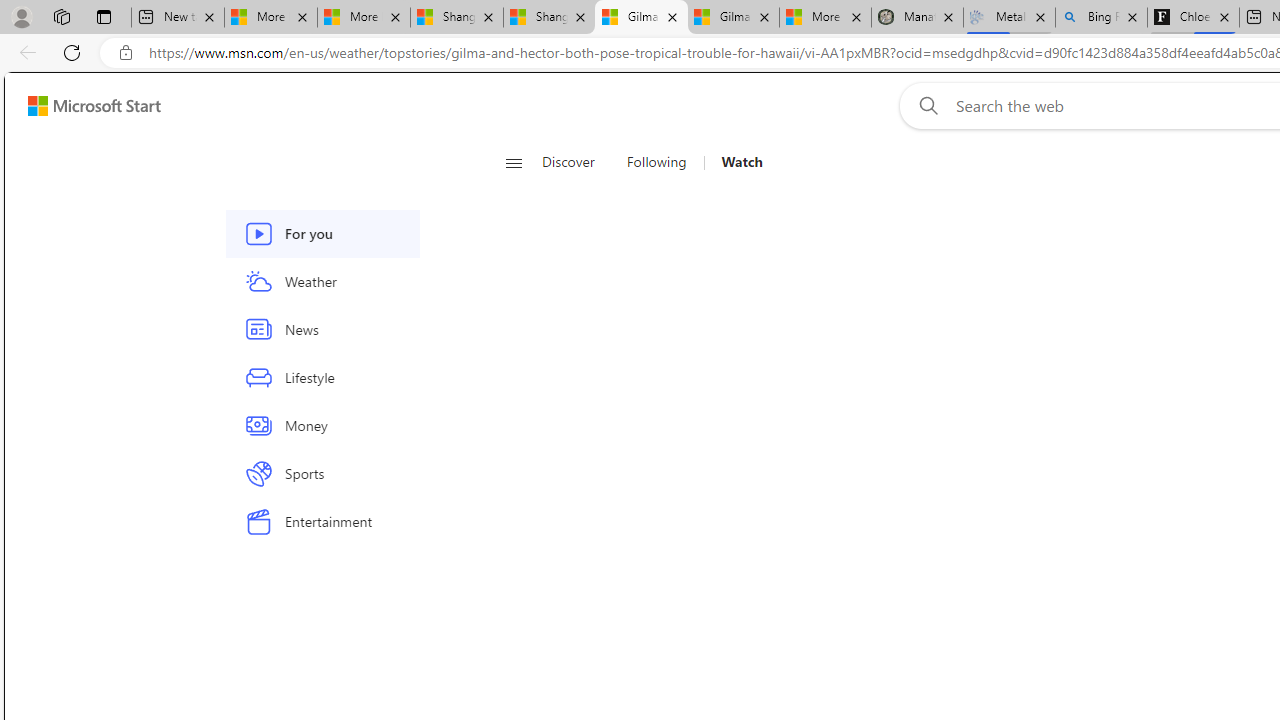 The height and width of the screenshot is (720, 1280). I want to click on 'Following', so click(656, 162).